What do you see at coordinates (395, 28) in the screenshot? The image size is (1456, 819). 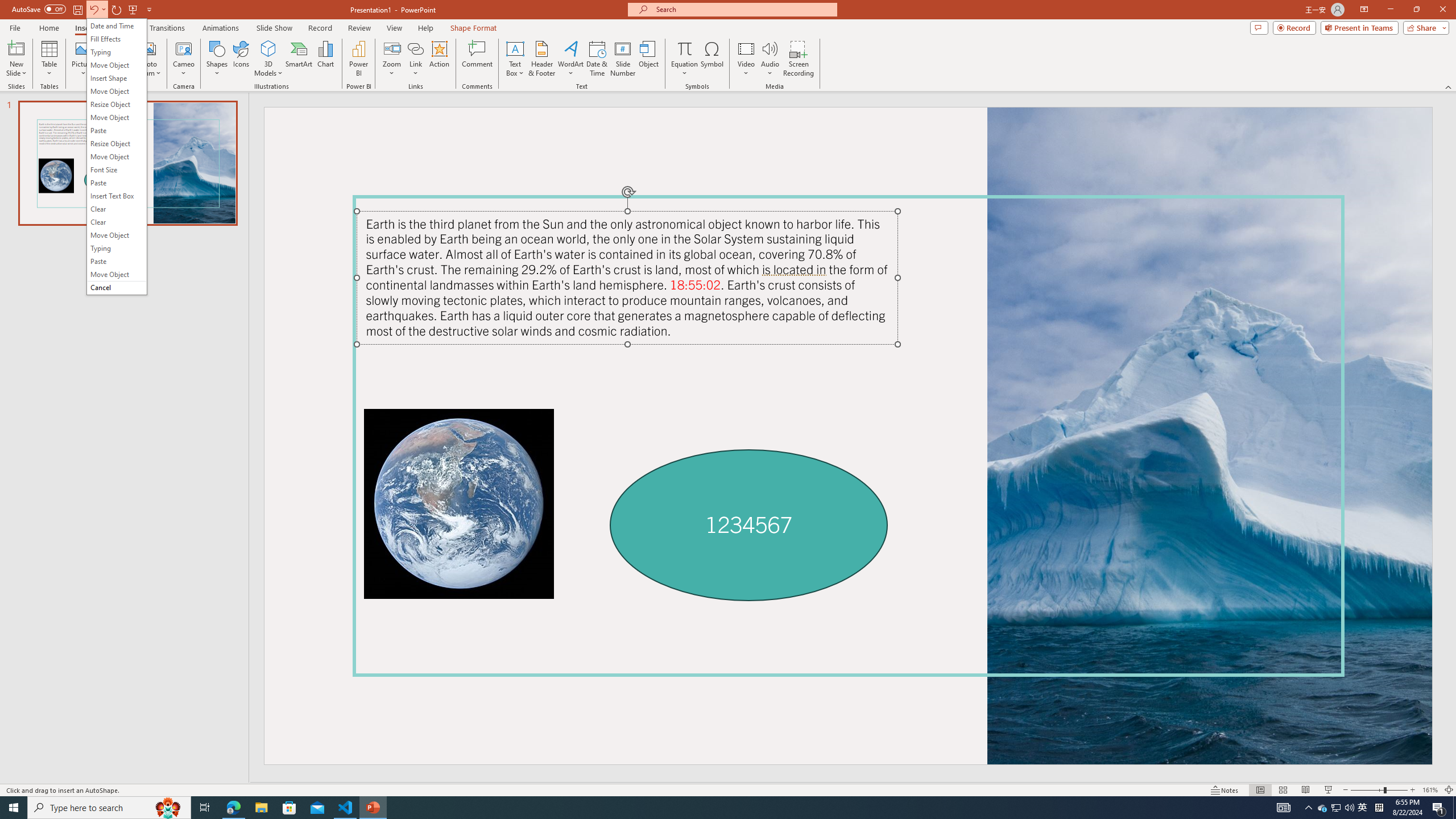 I see `'View'` at bounding box center [395, 28].